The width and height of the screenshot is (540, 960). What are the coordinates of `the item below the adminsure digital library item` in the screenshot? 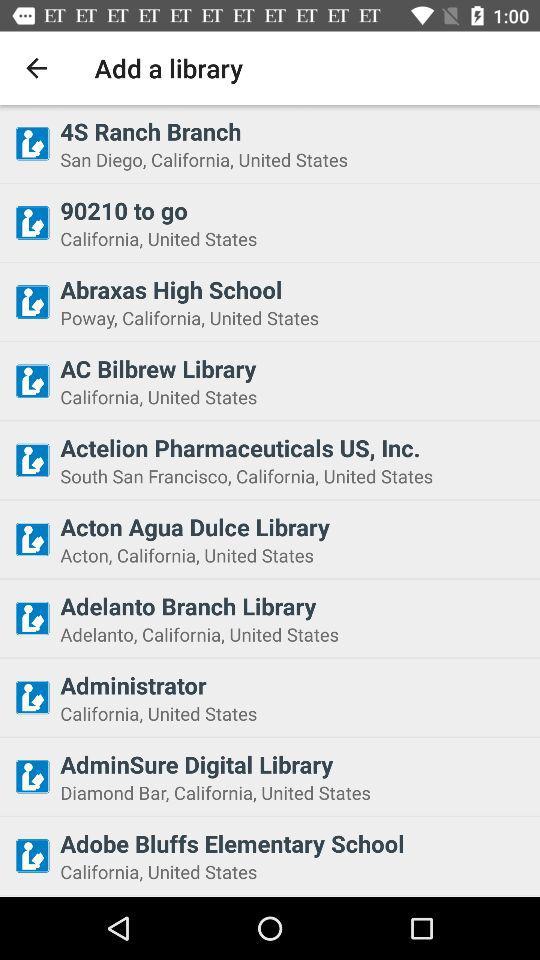 It's located at (293, 792).